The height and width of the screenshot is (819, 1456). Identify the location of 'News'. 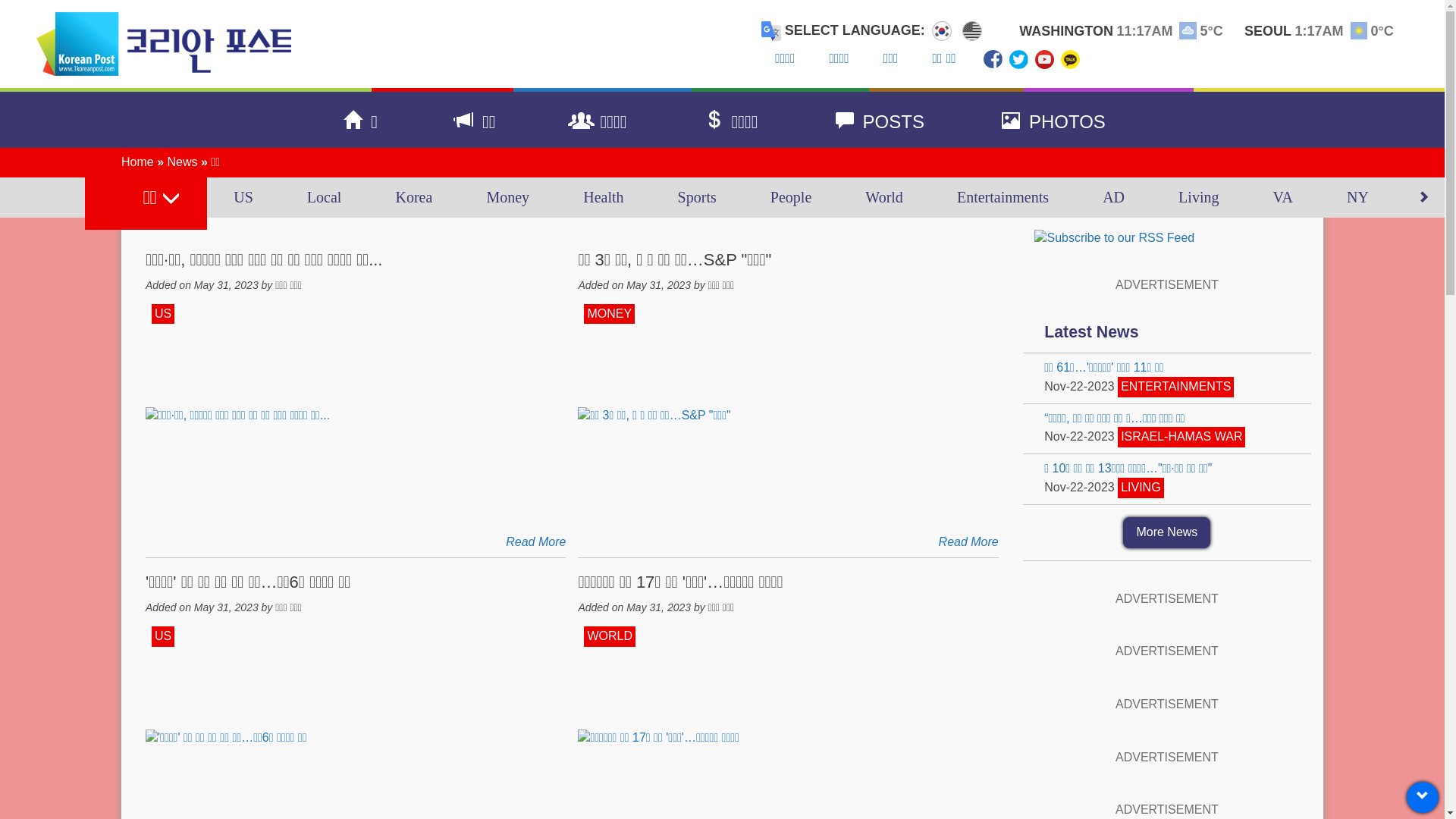
(167, 162).